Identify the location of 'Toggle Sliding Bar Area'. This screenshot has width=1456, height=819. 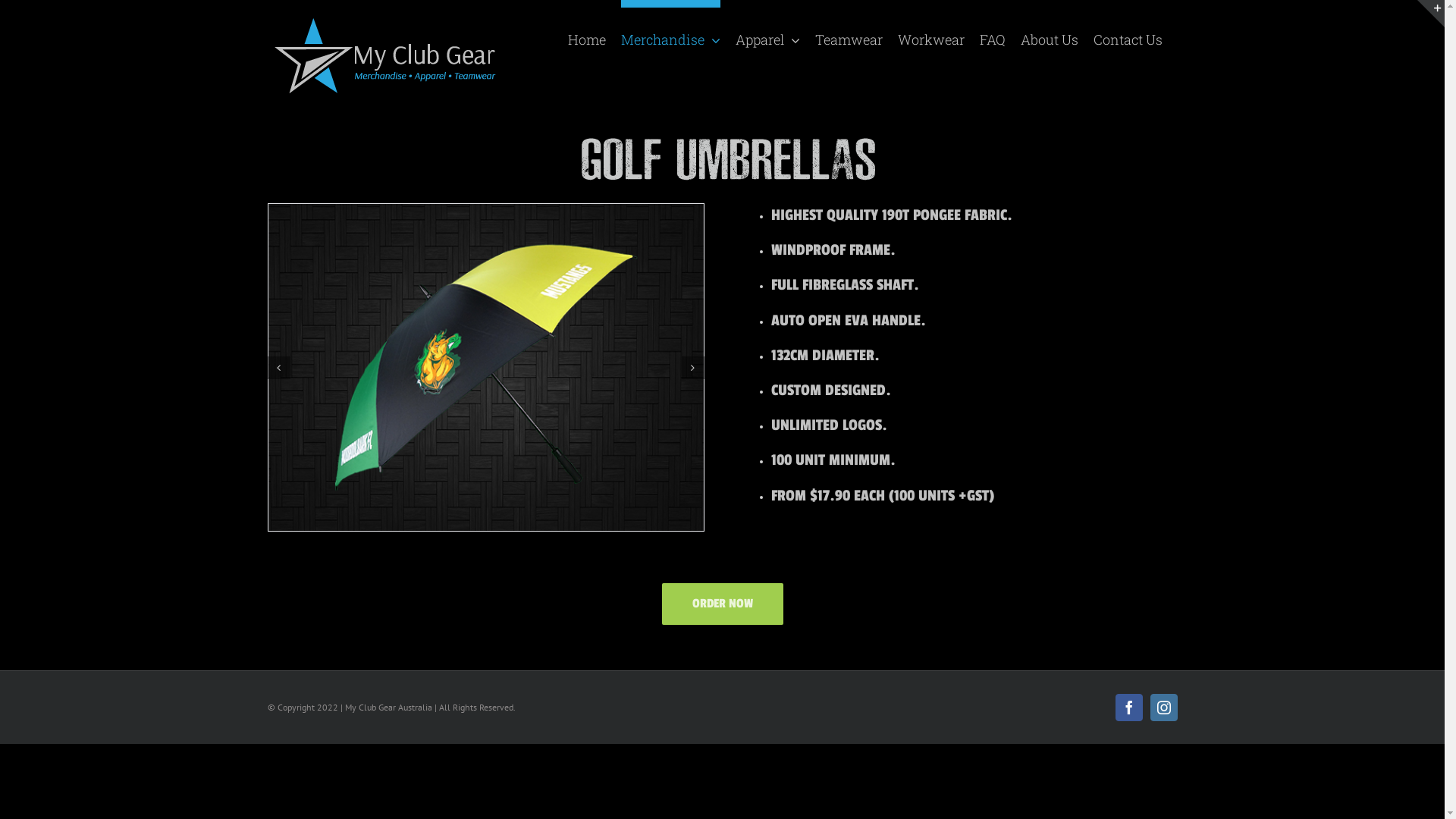
(1429, 14).